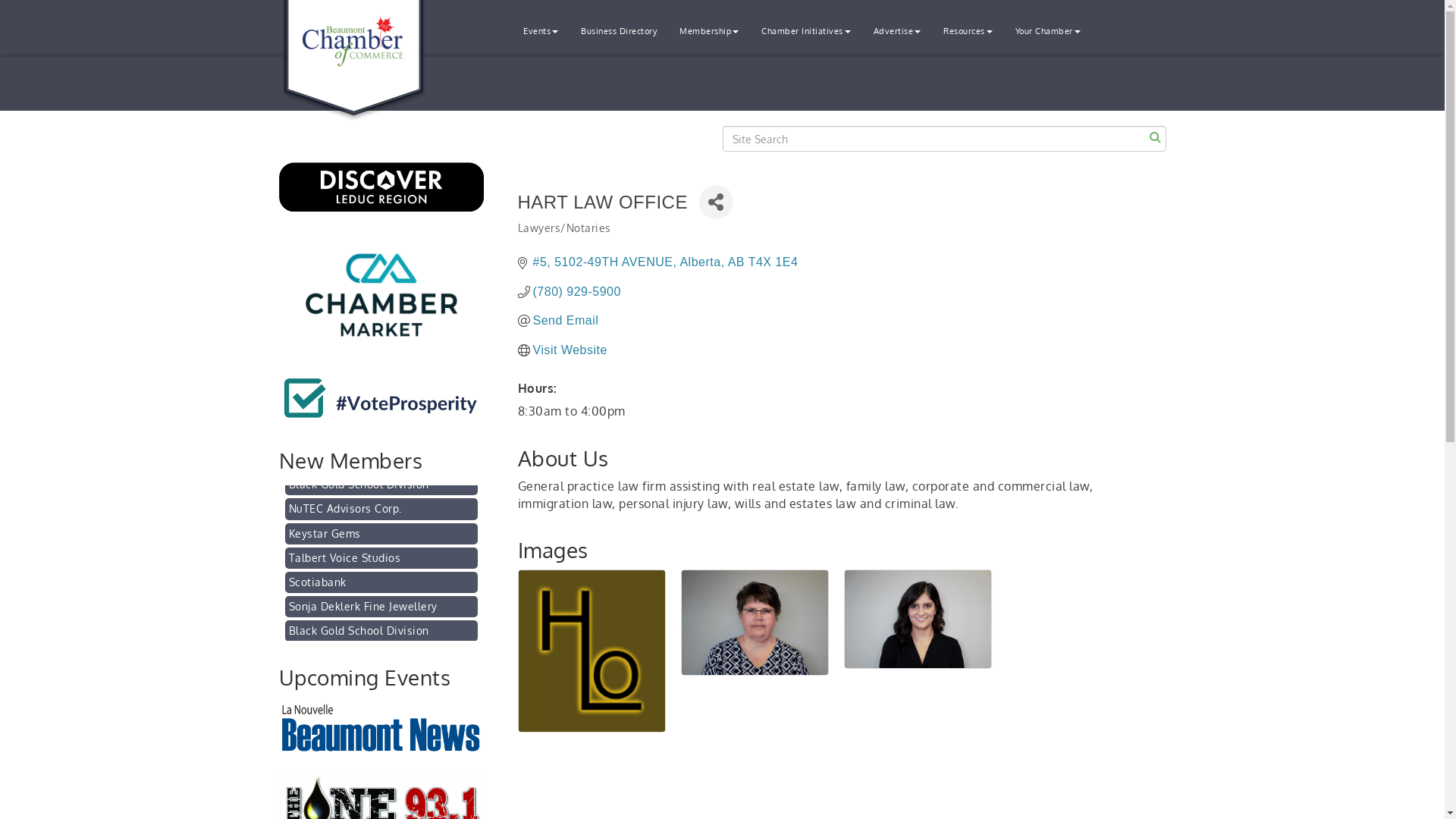 This screenshot has width=1456, height=819. Describe the element at coordinates (665, 261) in the screenshot. I see `'#5, 5102-49TH AVENUE Alberta AB T4X 1E4'` at that location.